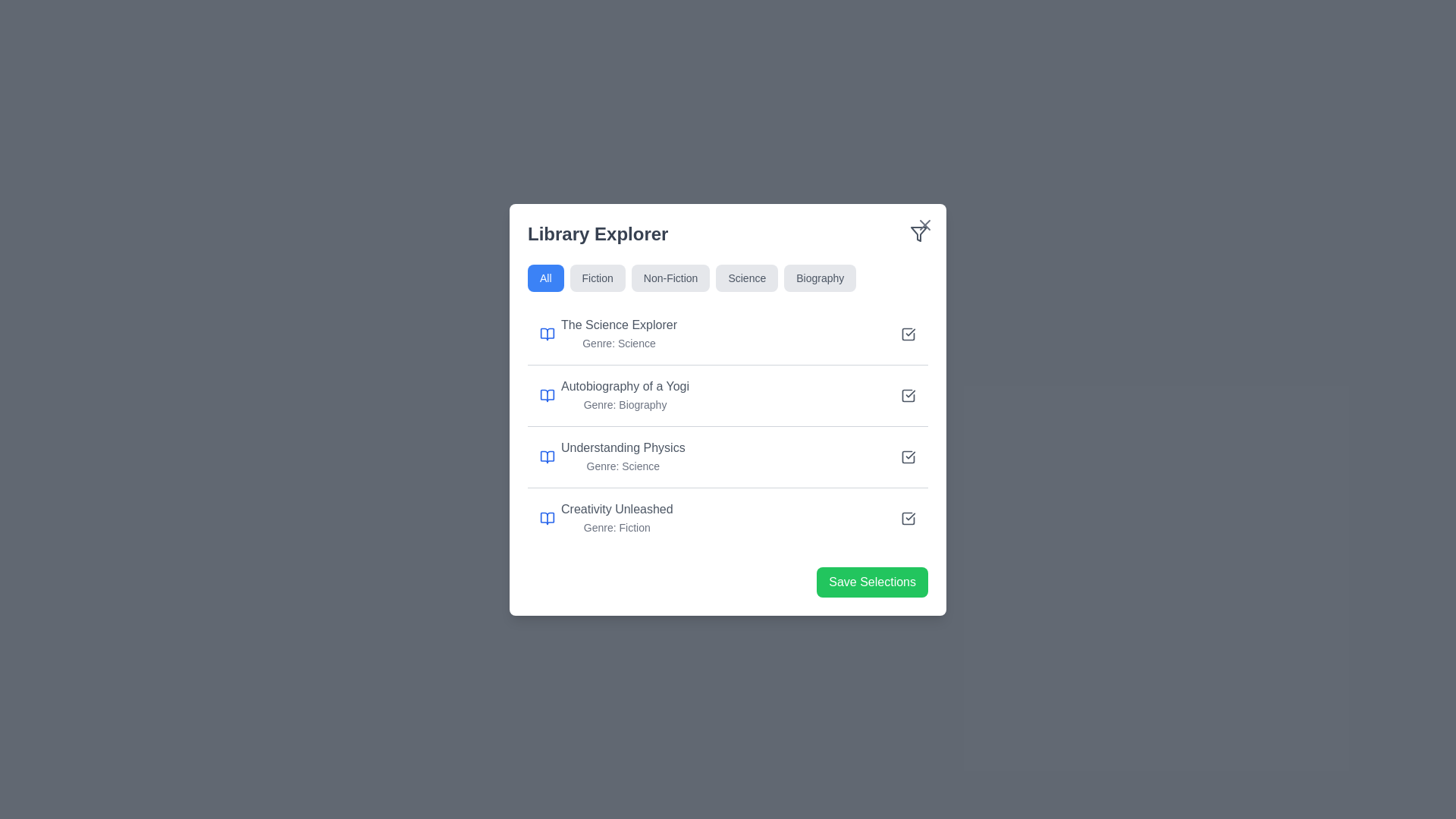 The height and width of the screenshot is (819, 1456). What do you see at coordinates (597, 278) in the screenshot?
I see `the 'Fiction' button, which is a rectangular button with a gray background and rounded corners, labeled with the word 'Fiction' in black text, positioned second from the left in a horizontal row of buttons at the top of a modal dialog box` at bounding box center [597, 278].